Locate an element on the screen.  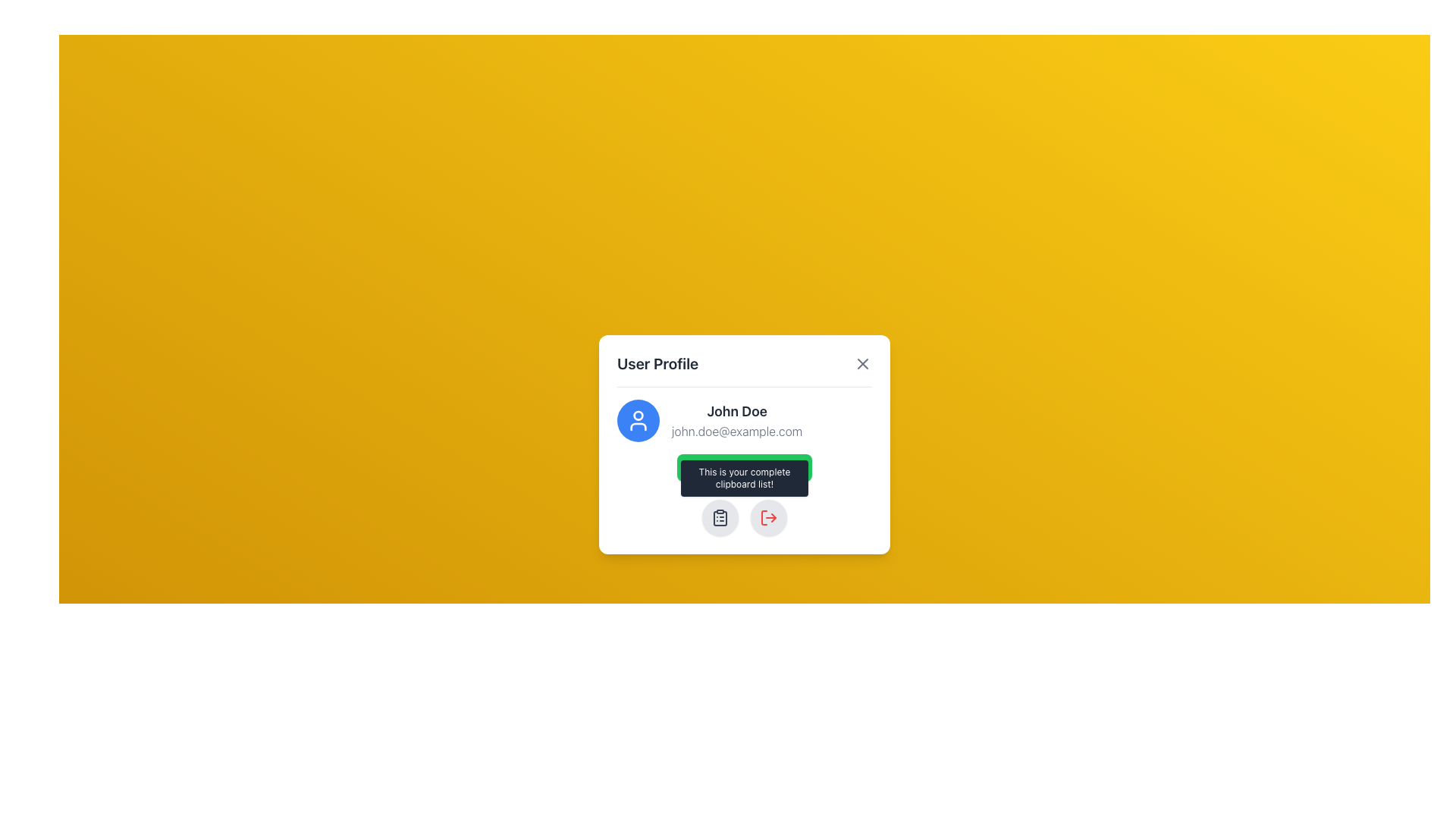
the tooltip or informational message located below the email address 'john.doe@example.com' in the user profile dialog box is located at coordinates (745, 476).